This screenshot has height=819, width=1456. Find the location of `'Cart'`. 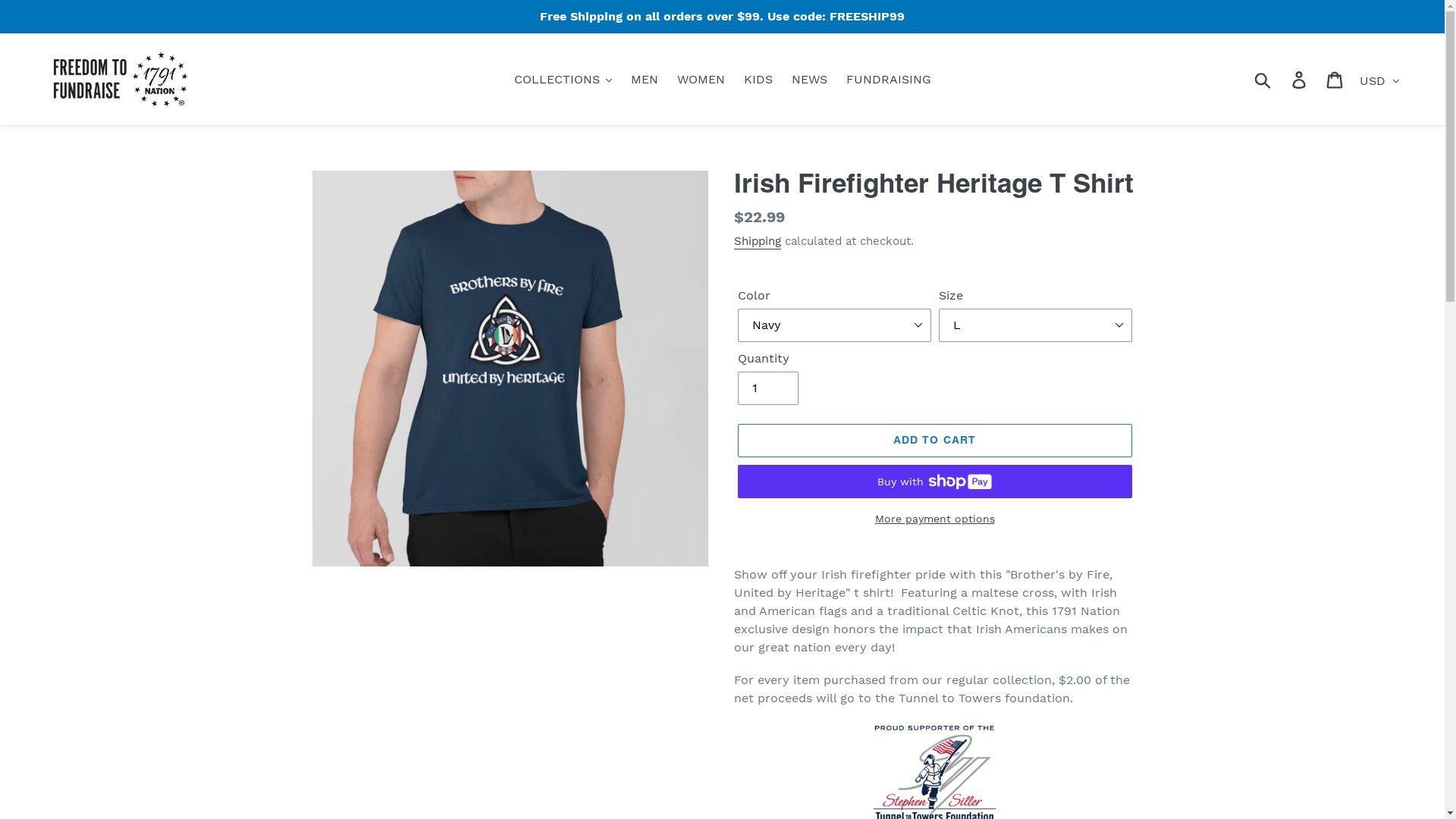

'Cart' is located at coordinates (1335, 79).